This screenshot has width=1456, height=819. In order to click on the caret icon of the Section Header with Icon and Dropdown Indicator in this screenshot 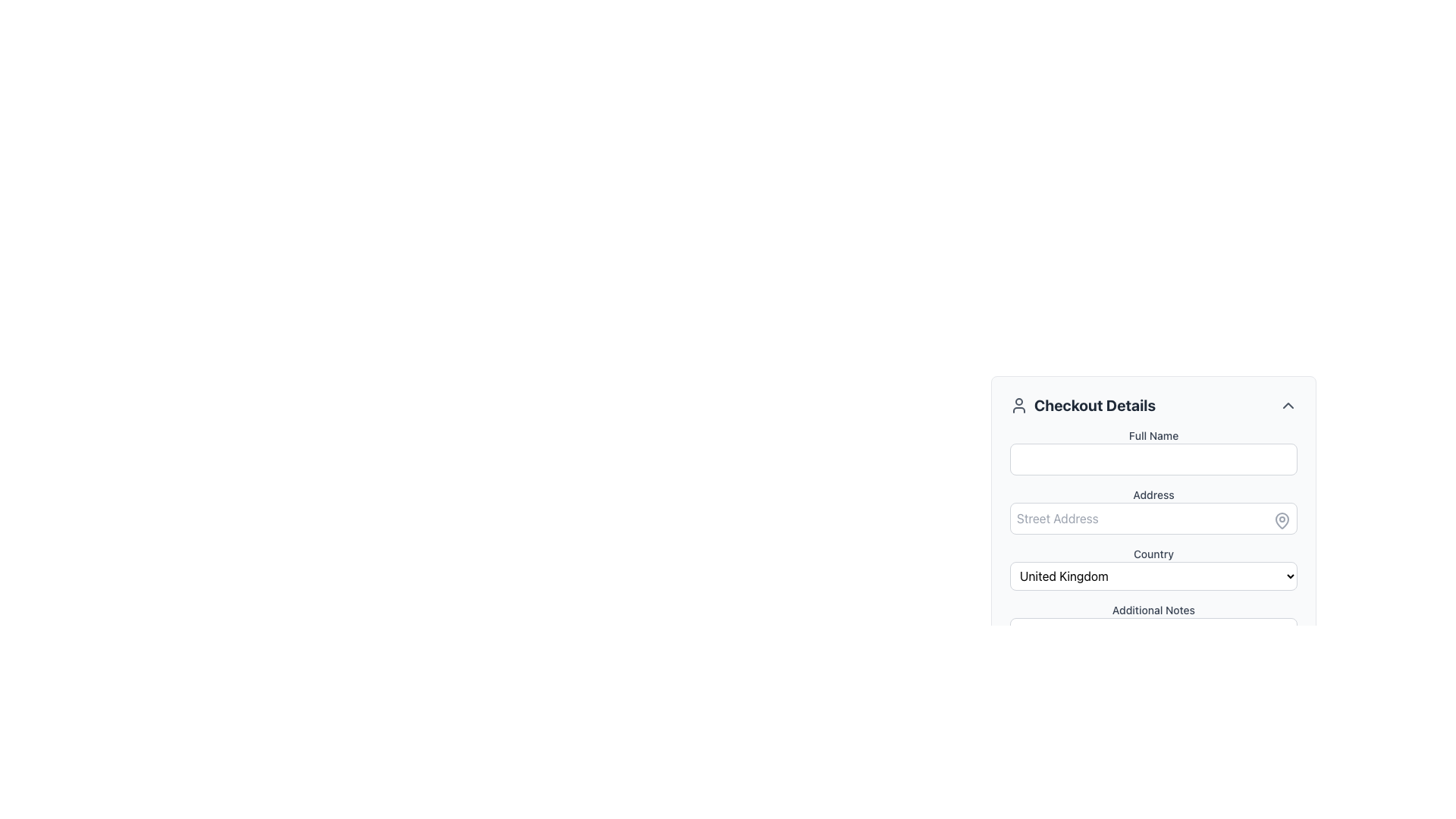, I will do `click(1153, 405)`.